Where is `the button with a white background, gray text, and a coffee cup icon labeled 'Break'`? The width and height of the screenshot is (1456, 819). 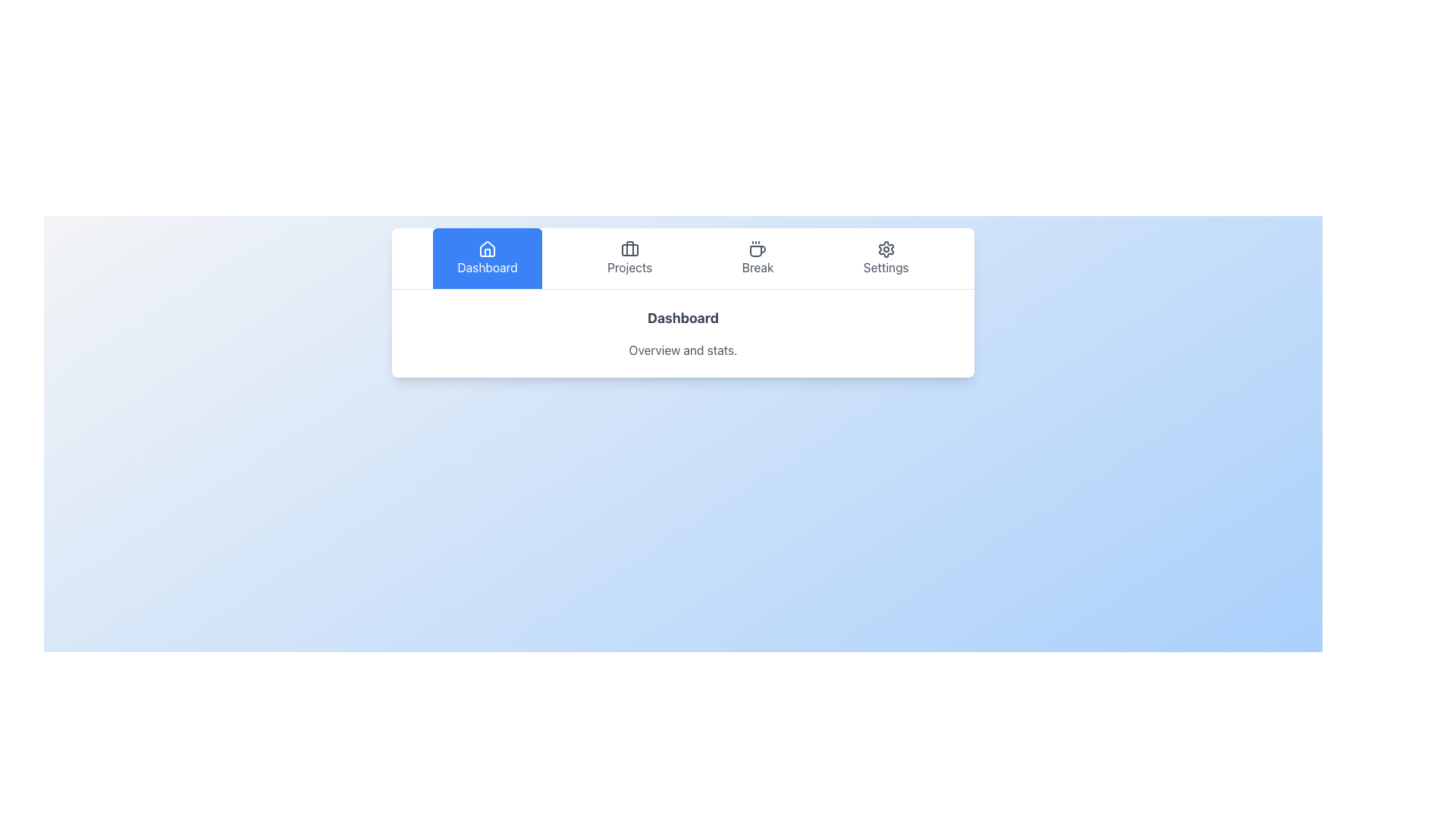 the button with a white background, gray text, and a coffee cup icon labeled 'Break' is located at coordinates (758, 257).